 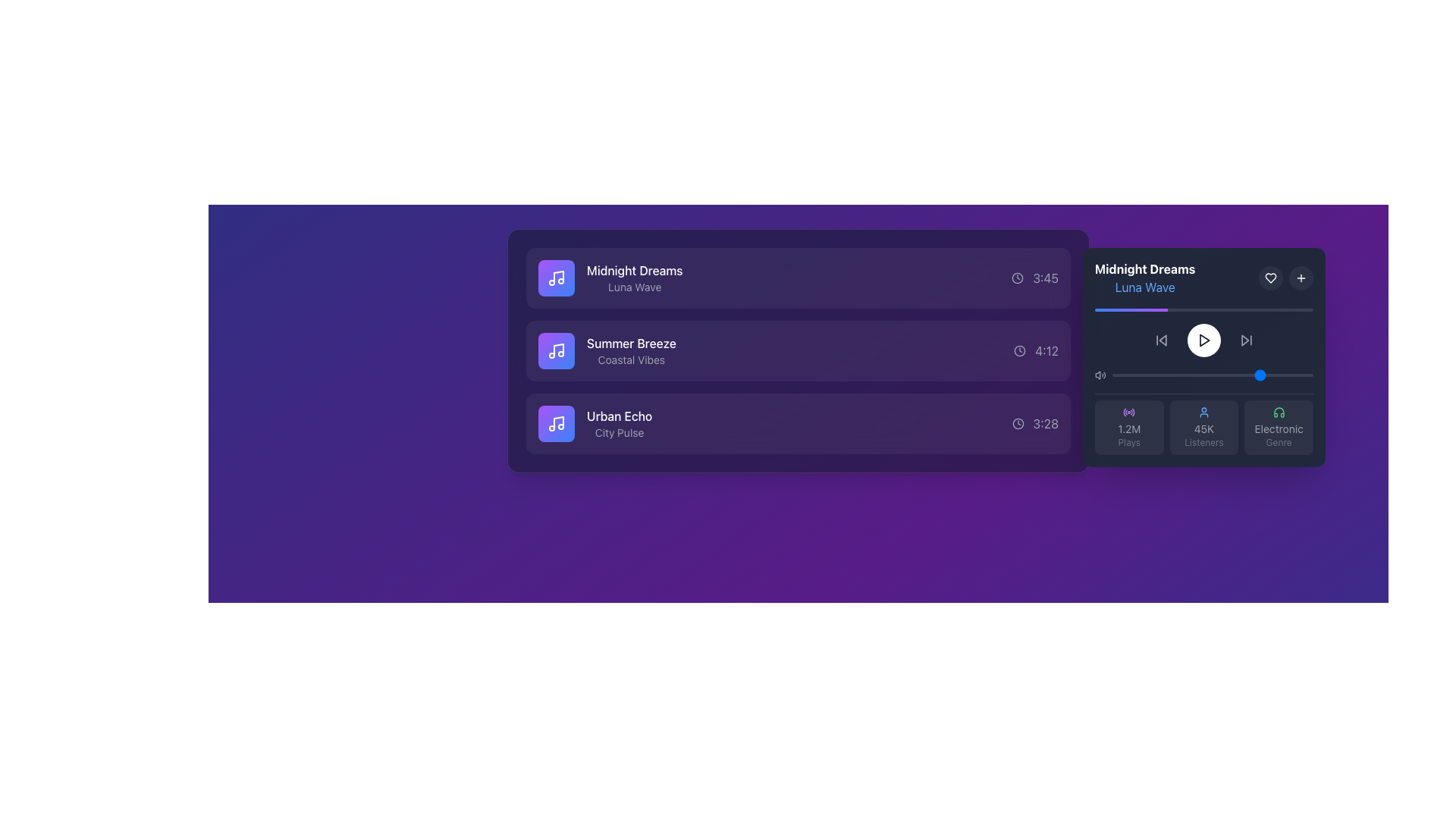 I want to click on the Label with Icon that indicates the duration of the middle music track titled 'Summer Breeze', so click(x=1035, y=350).